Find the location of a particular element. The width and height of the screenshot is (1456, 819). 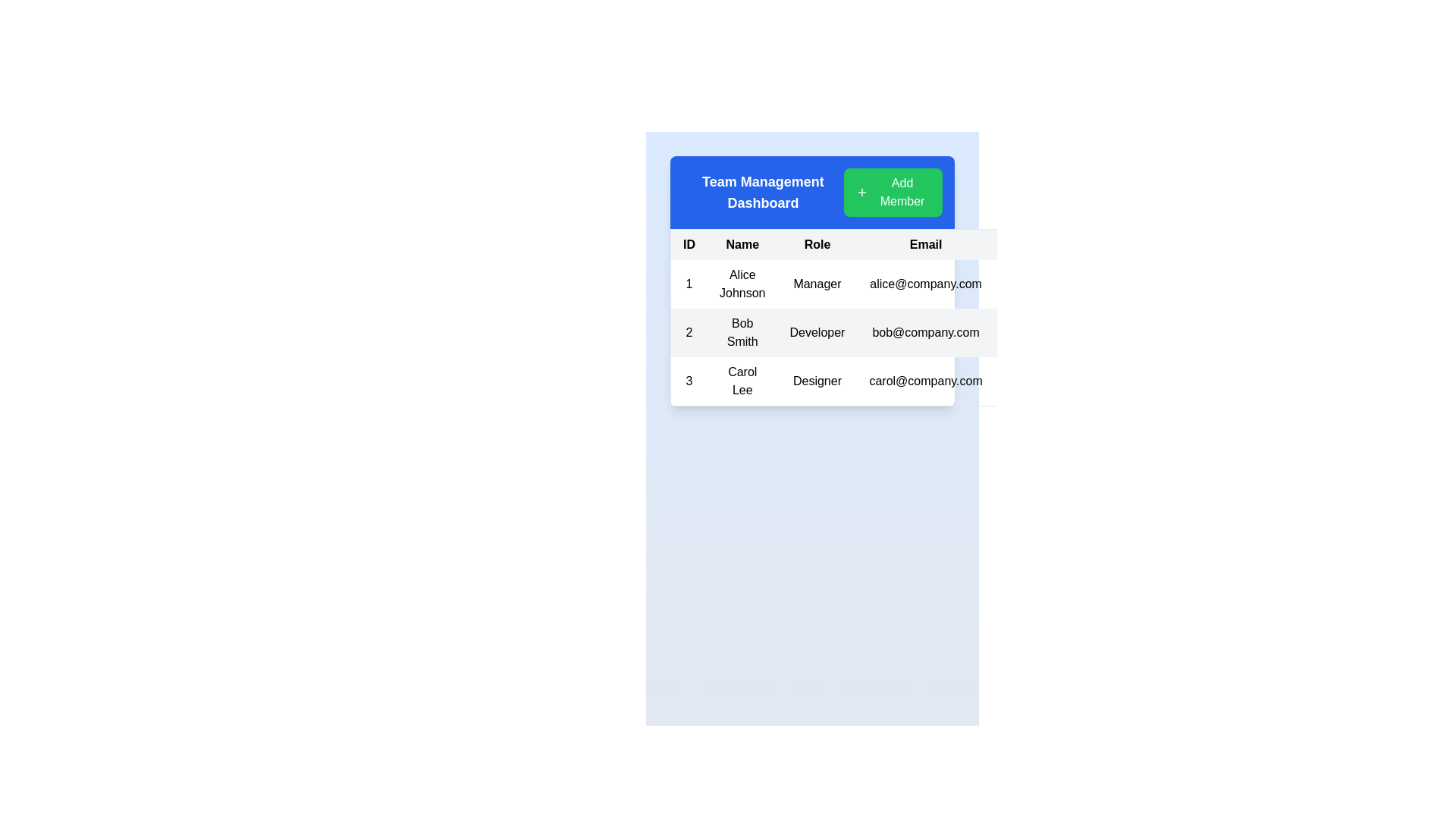

the static text element displaying 'Alice Johnson' in the 'Name' column of the data table is located at coordinates (742, 284).